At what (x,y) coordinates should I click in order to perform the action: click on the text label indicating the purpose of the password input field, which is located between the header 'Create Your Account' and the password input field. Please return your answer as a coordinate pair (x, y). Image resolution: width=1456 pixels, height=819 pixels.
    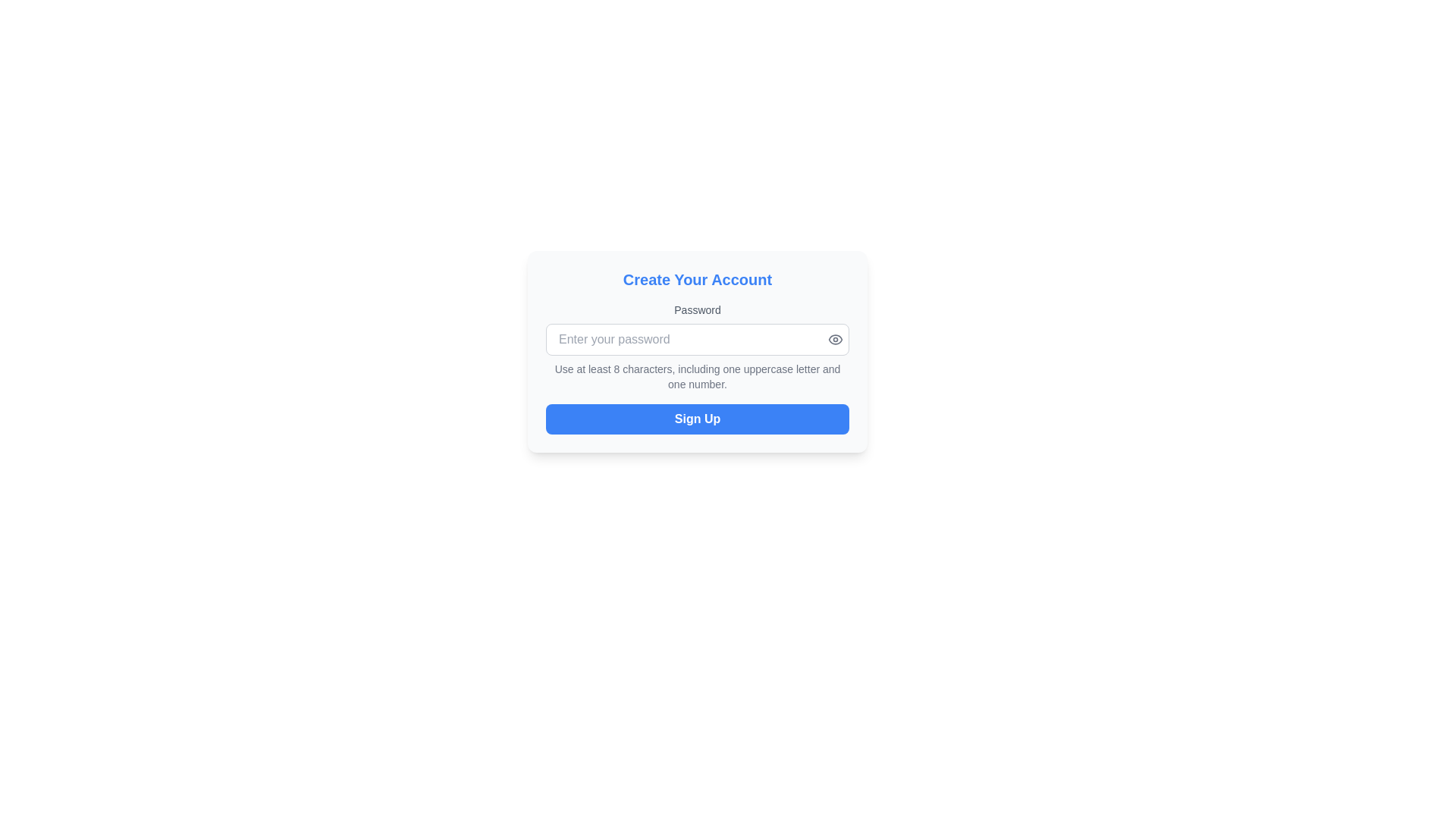
    Looking at the image, I should click on (697, 309).